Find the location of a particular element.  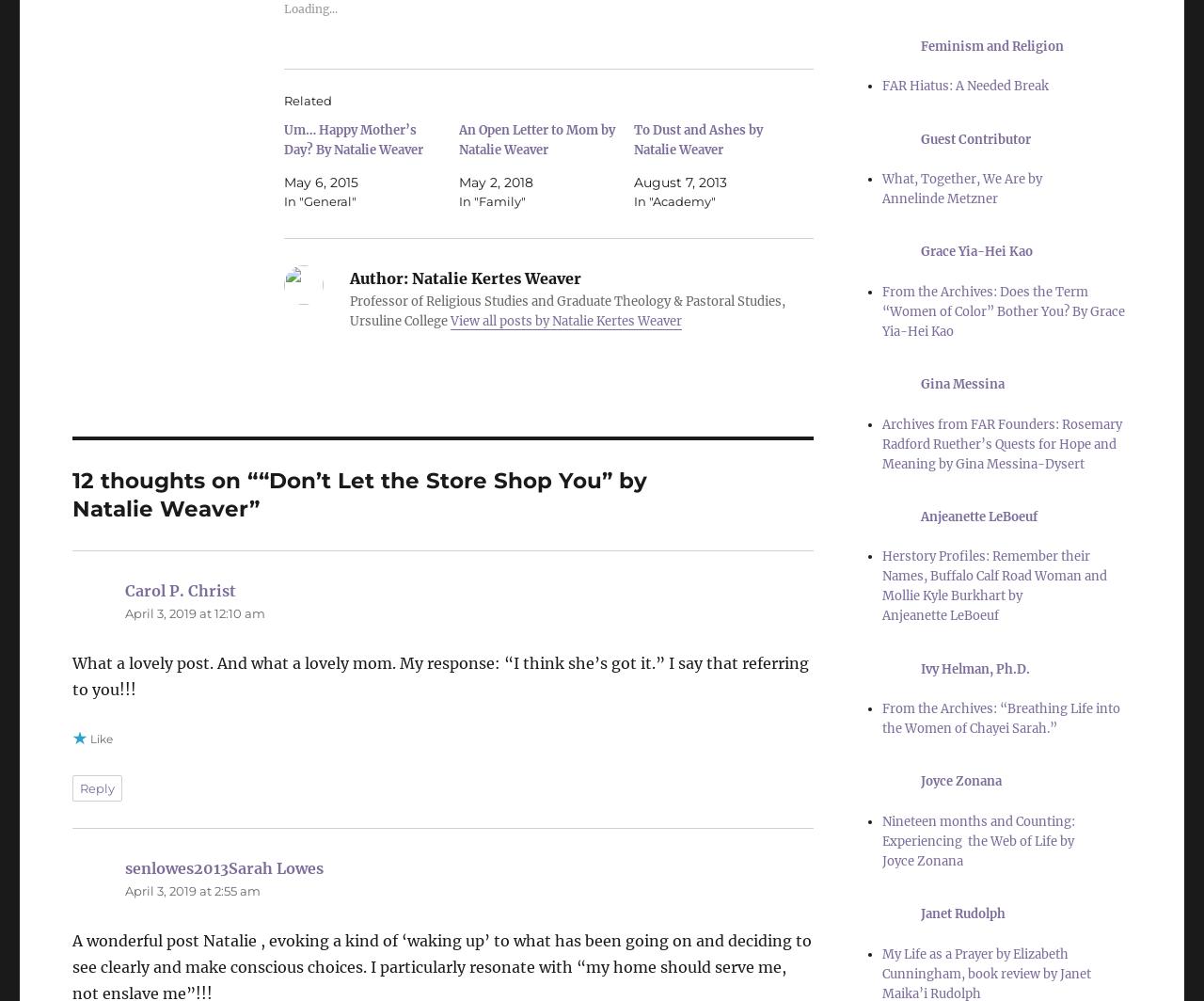

'Gina Messina' is located at coordinates (962, 384).